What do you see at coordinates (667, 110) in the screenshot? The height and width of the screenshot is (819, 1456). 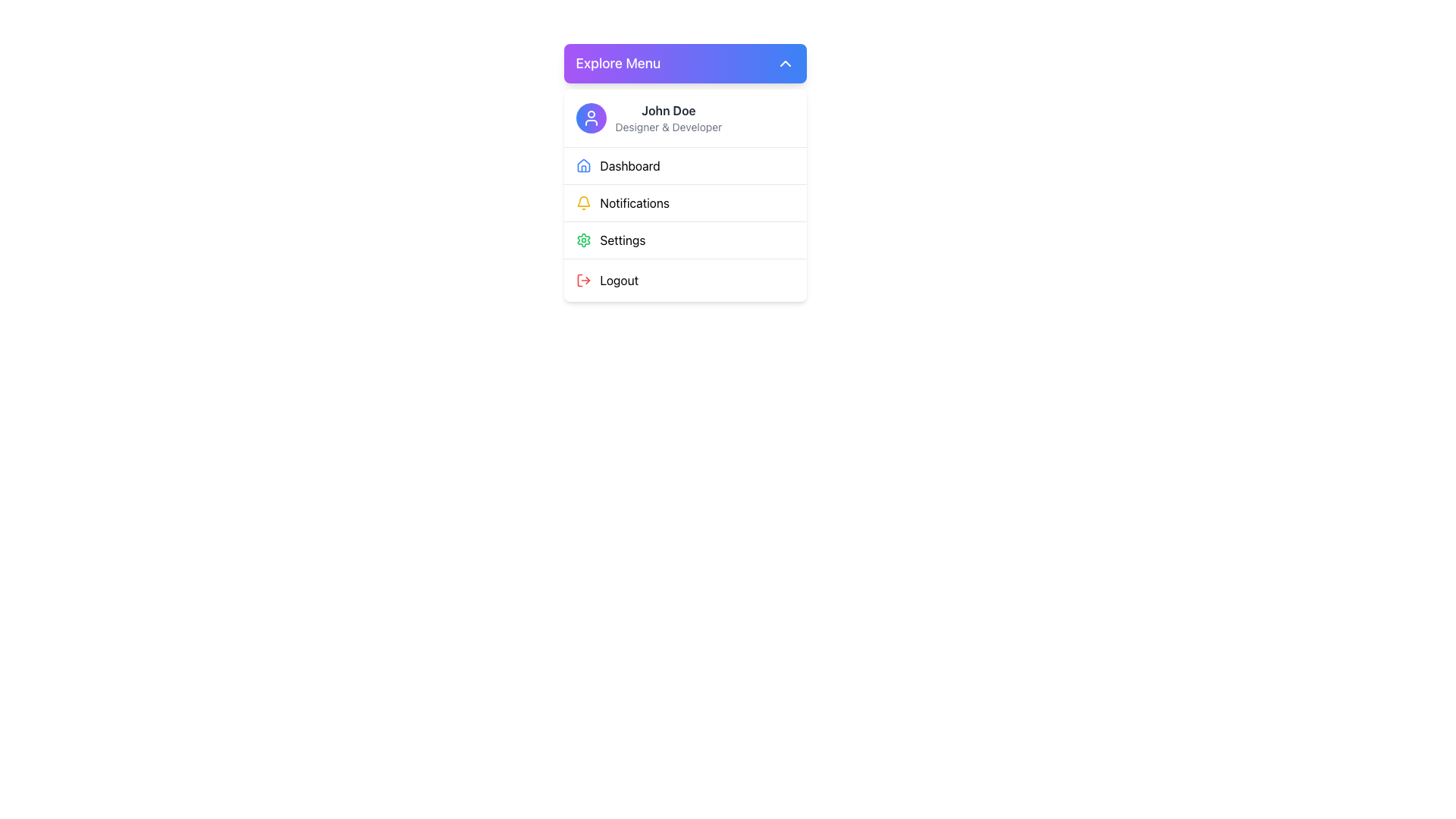 I see `the text element reading 'John Doe' which is styled in bold and dark gray, located within the 'Explore Menu' dropdown panel above 'Designer & Developer'` at bounding box center [667, 110].